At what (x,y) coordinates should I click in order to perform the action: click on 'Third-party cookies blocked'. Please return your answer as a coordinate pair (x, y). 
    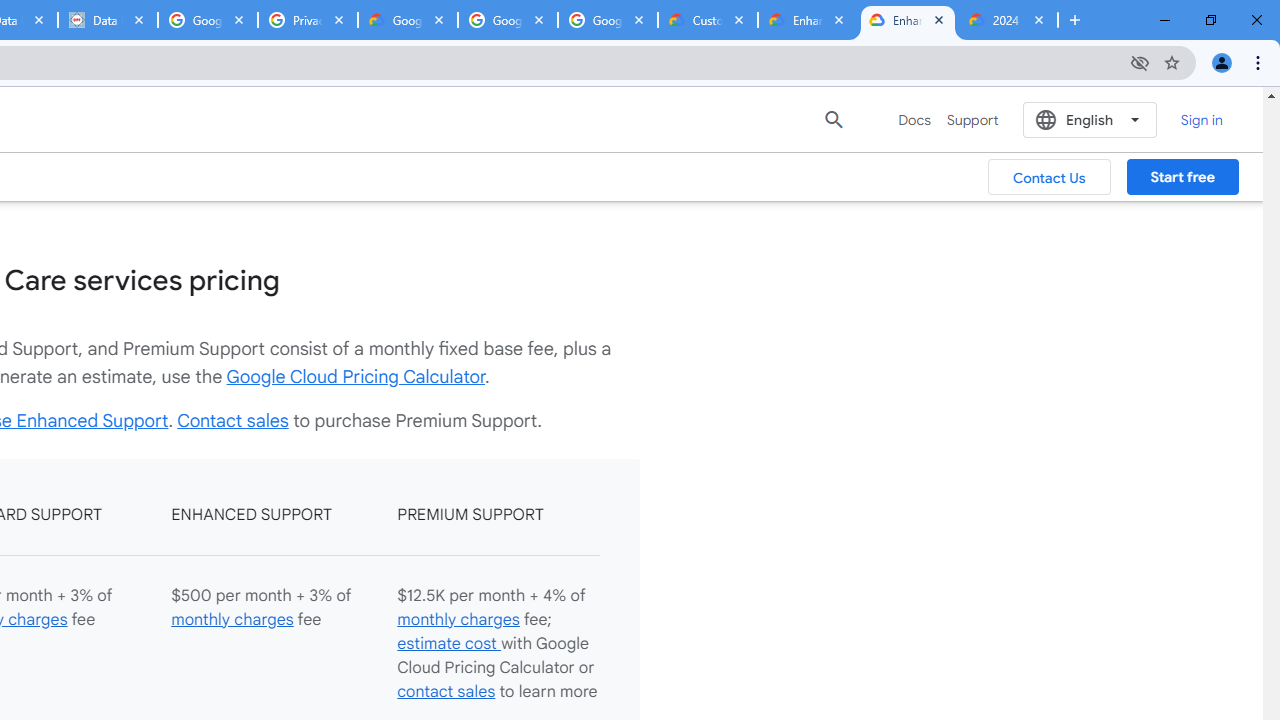
    Looking at the image, I should click on (1139, 61).